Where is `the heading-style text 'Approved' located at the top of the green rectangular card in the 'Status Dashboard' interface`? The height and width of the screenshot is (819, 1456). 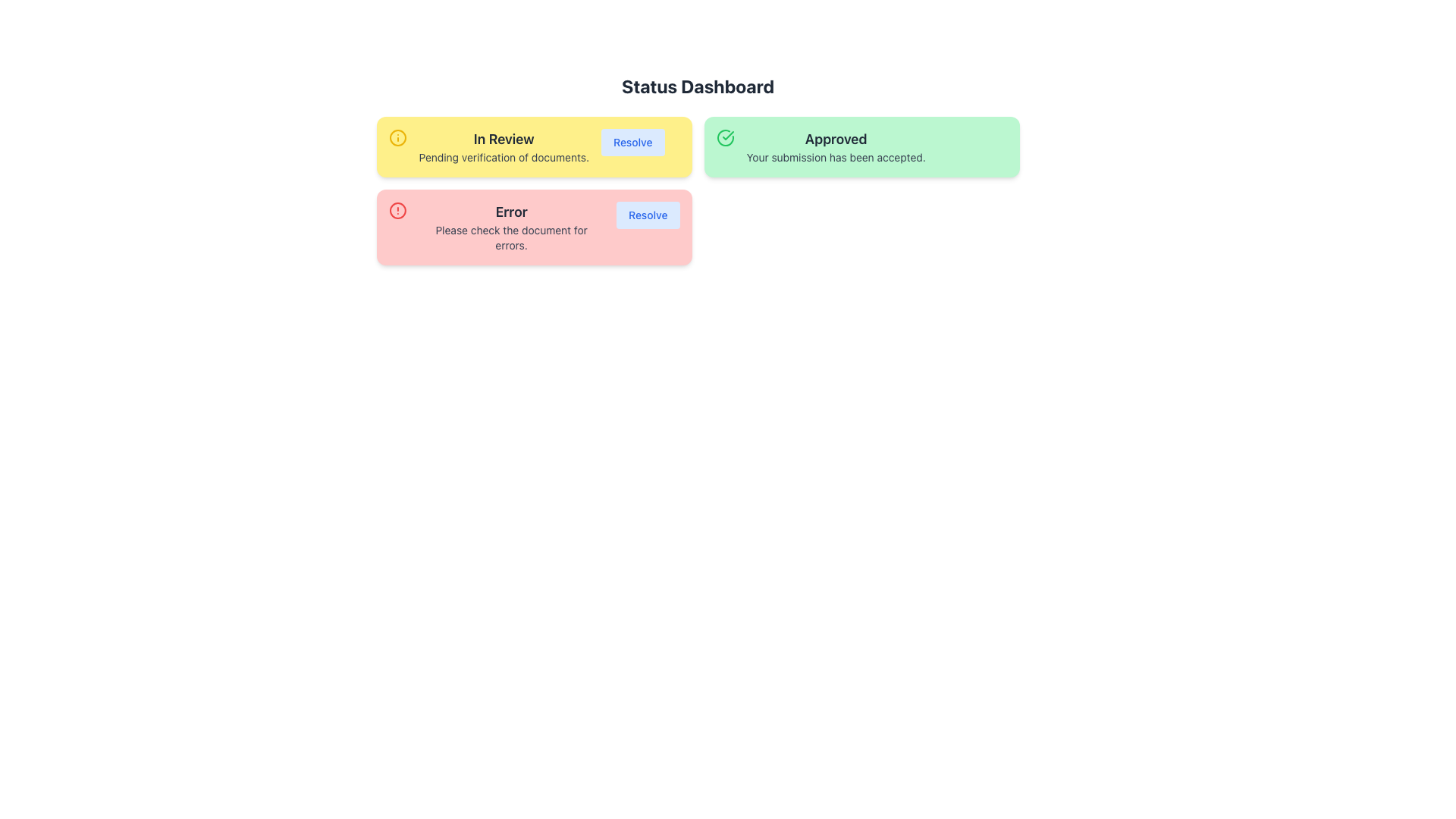
the heading-style text 'Approved' located at the top of the green rectangular card in the 'Status Dashboard' interface is located at coordinates (835, 140).